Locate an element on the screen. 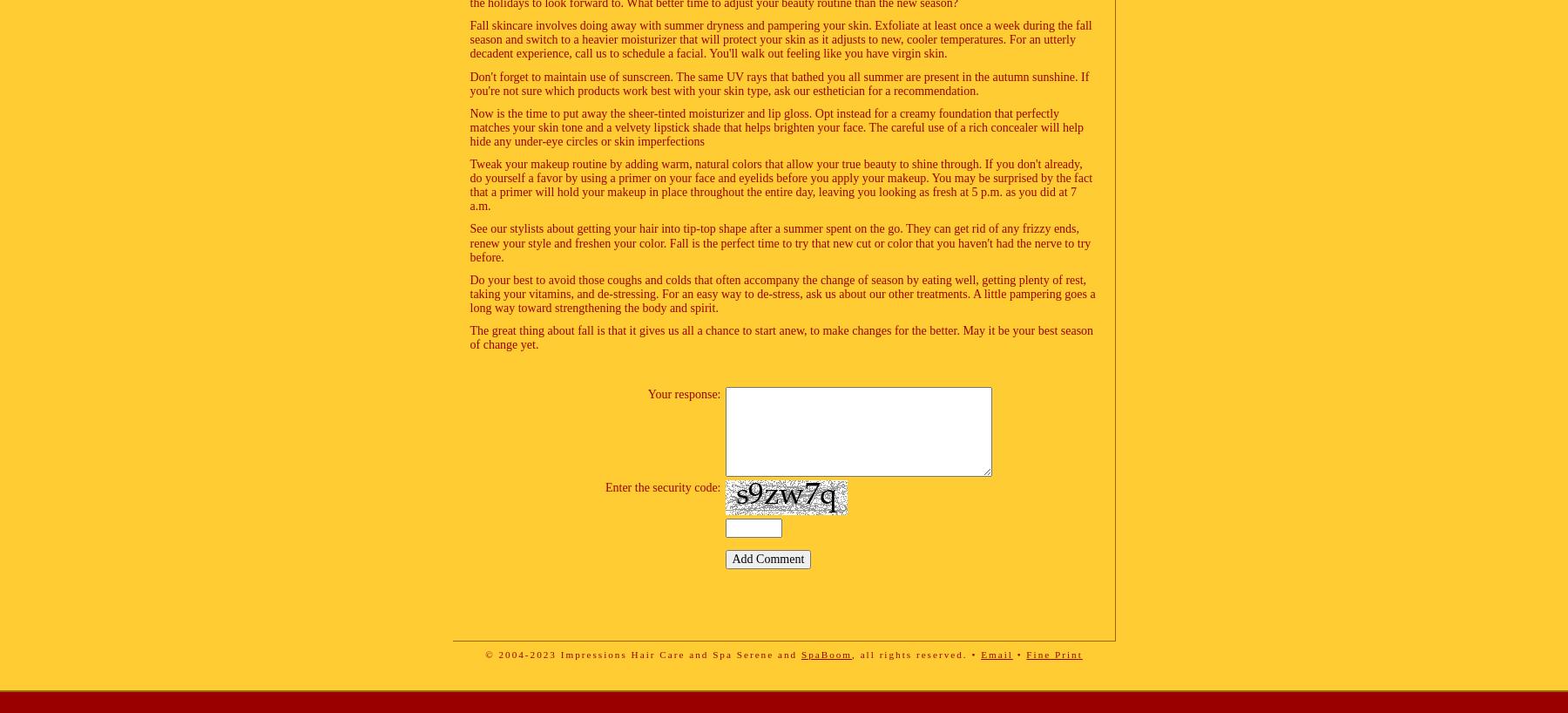 The height and width of the screenshot is (713, 1568). 'Don't forget to maintain use of sunscreen. The same UV rays that bathed you all summer are present in the autumn sunshine. If you're not sure which products work best with your skin type, ask our esthetician for a recommendation.' is located at coordinates (468, 83).